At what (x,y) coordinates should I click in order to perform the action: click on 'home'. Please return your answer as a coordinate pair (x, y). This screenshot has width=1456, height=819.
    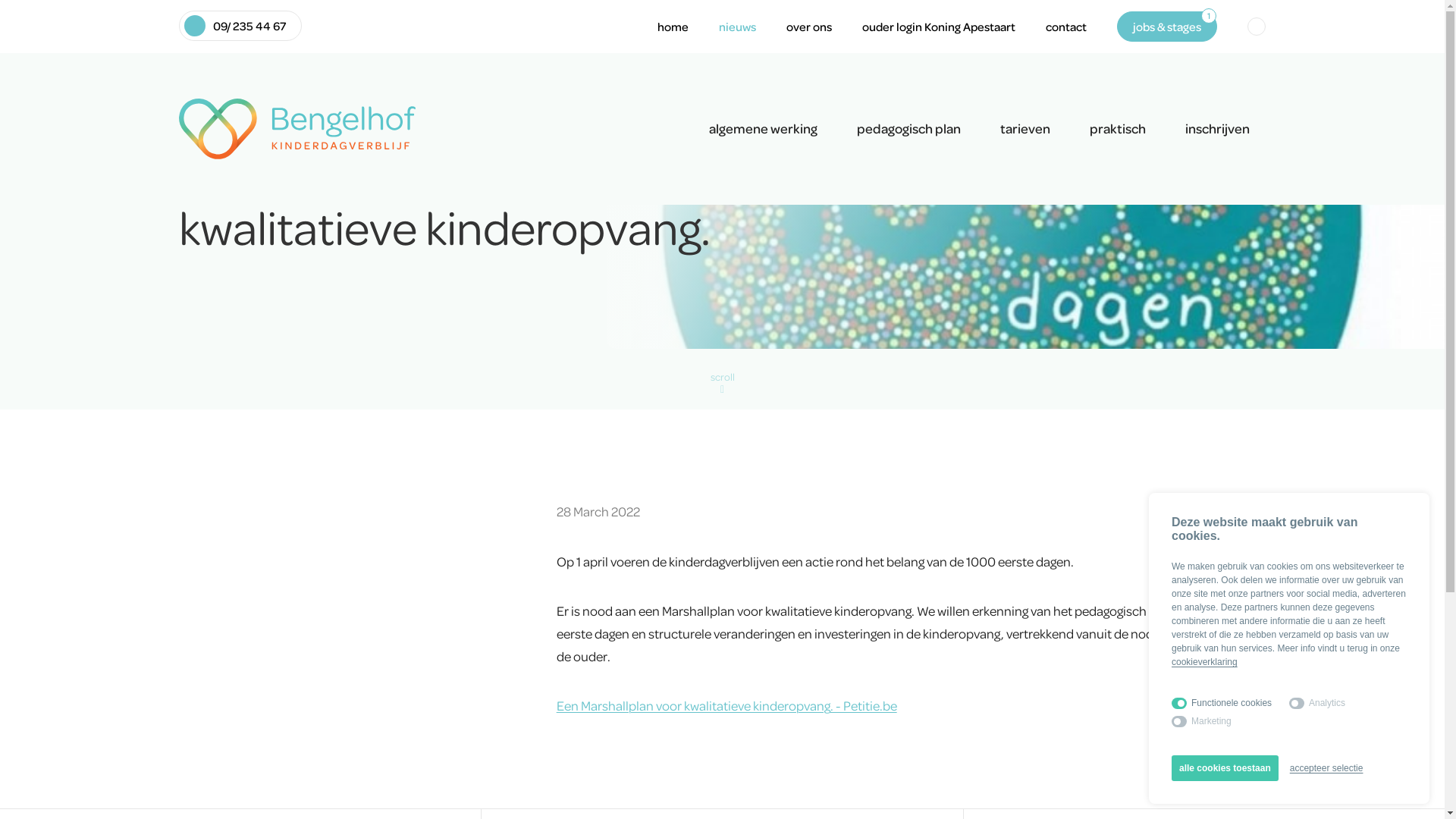
    Looking at the image, I should click on (657, 26).